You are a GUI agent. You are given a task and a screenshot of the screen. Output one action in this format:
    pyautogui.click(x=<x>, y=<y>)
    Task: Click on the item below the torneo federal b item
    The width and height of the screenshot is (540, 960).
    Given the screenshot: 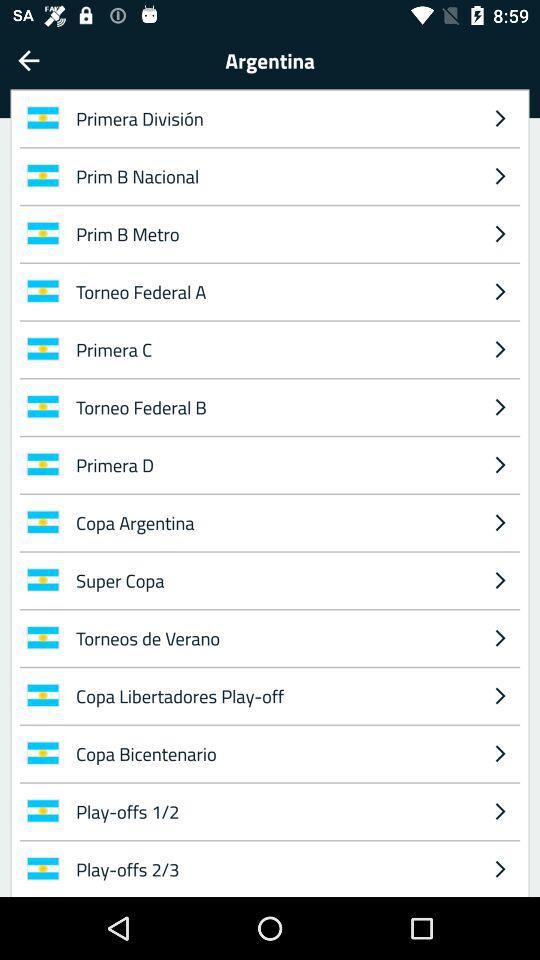 What is the action you would take?
    pyautogui.click(x=272, y=464)
    